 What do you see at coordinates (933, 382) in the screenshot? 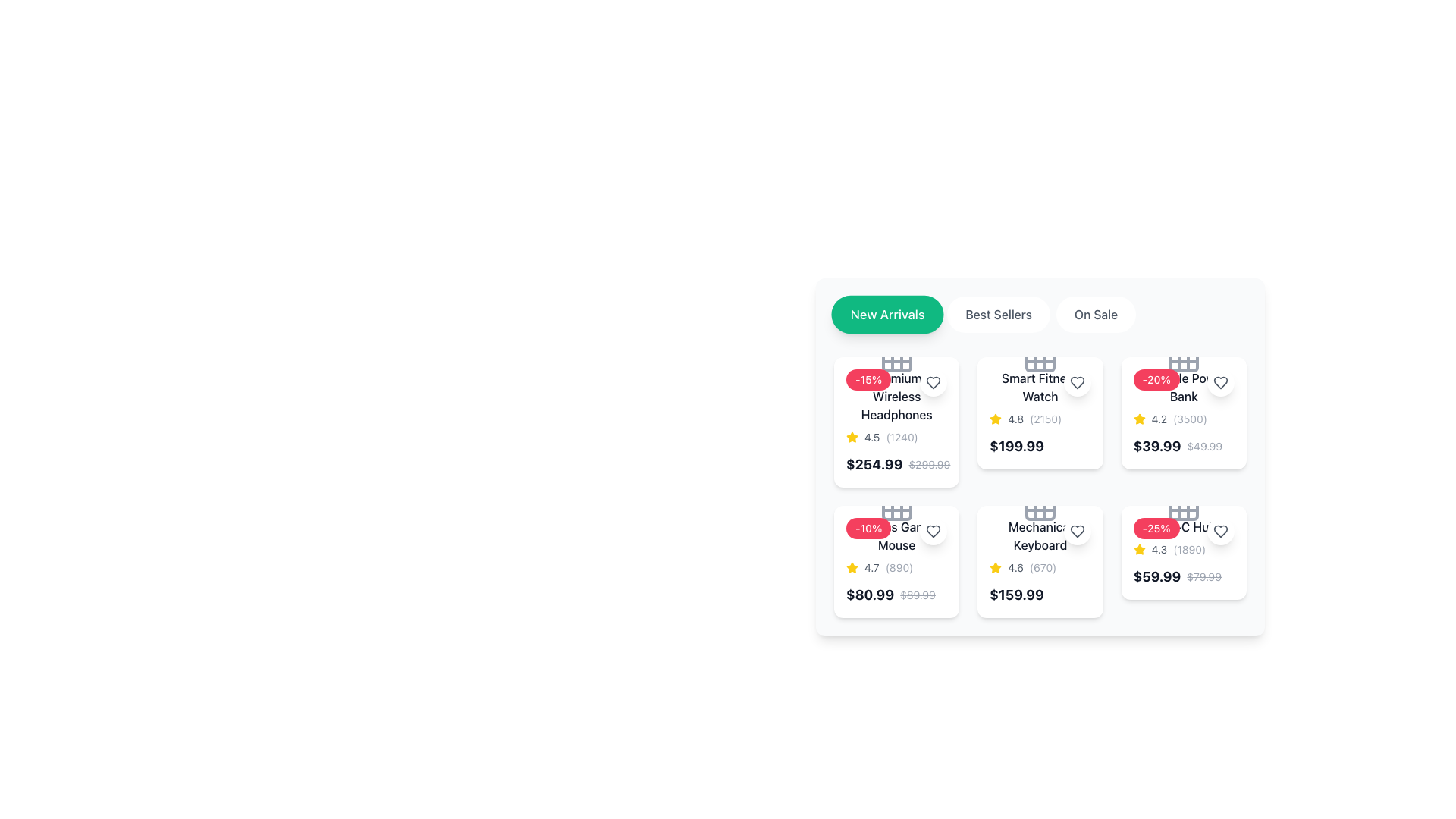
I see `the heart-shaped icon filled with a hollow outline located in the top-right corner of the product card` at bounding box center [933, 382].